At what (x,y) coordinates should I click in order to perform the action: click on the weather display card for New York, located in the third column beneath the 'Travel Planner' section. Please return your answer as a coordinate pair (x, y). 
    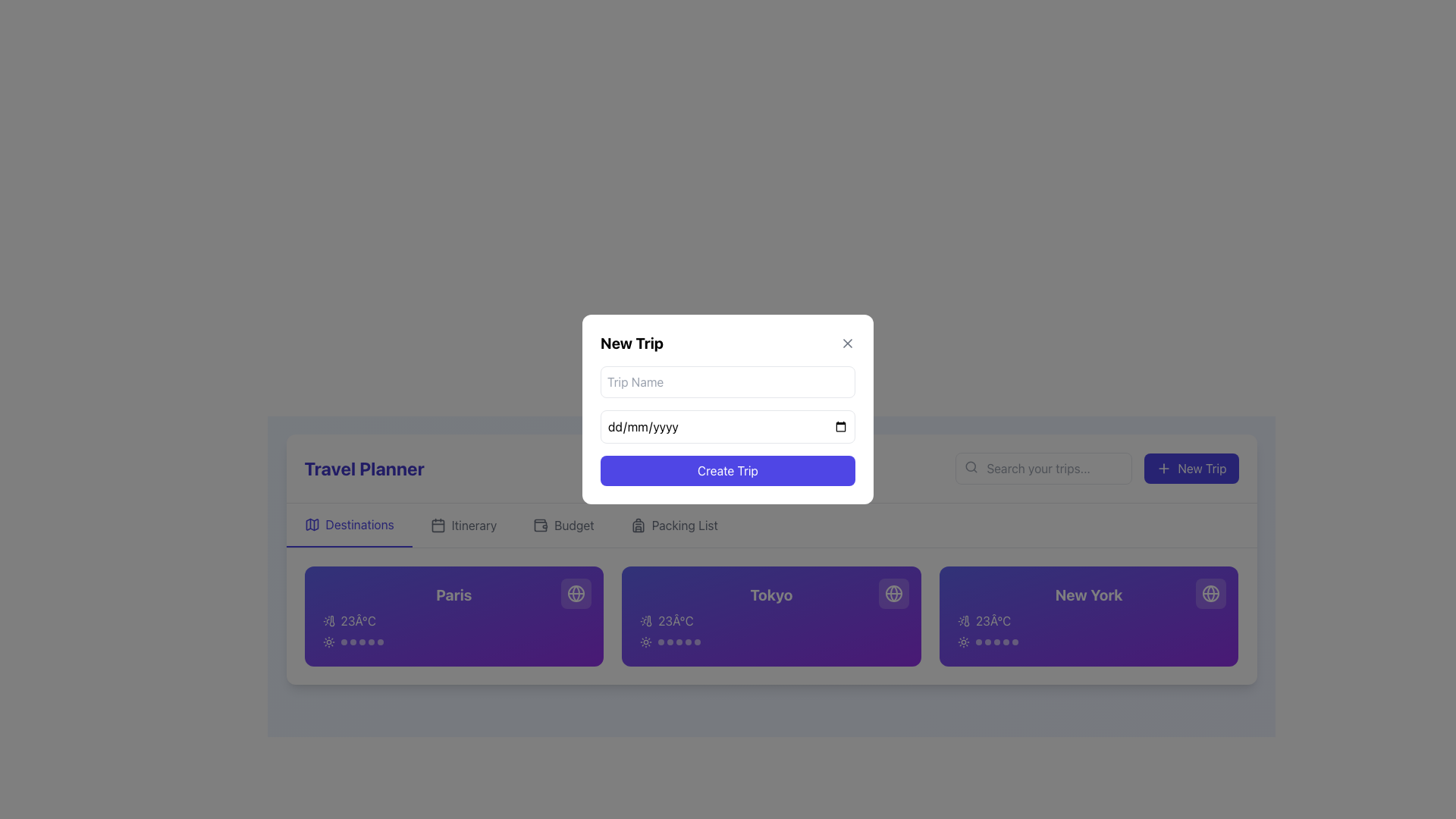
    Looking at the image, I should click on (1088, 617).